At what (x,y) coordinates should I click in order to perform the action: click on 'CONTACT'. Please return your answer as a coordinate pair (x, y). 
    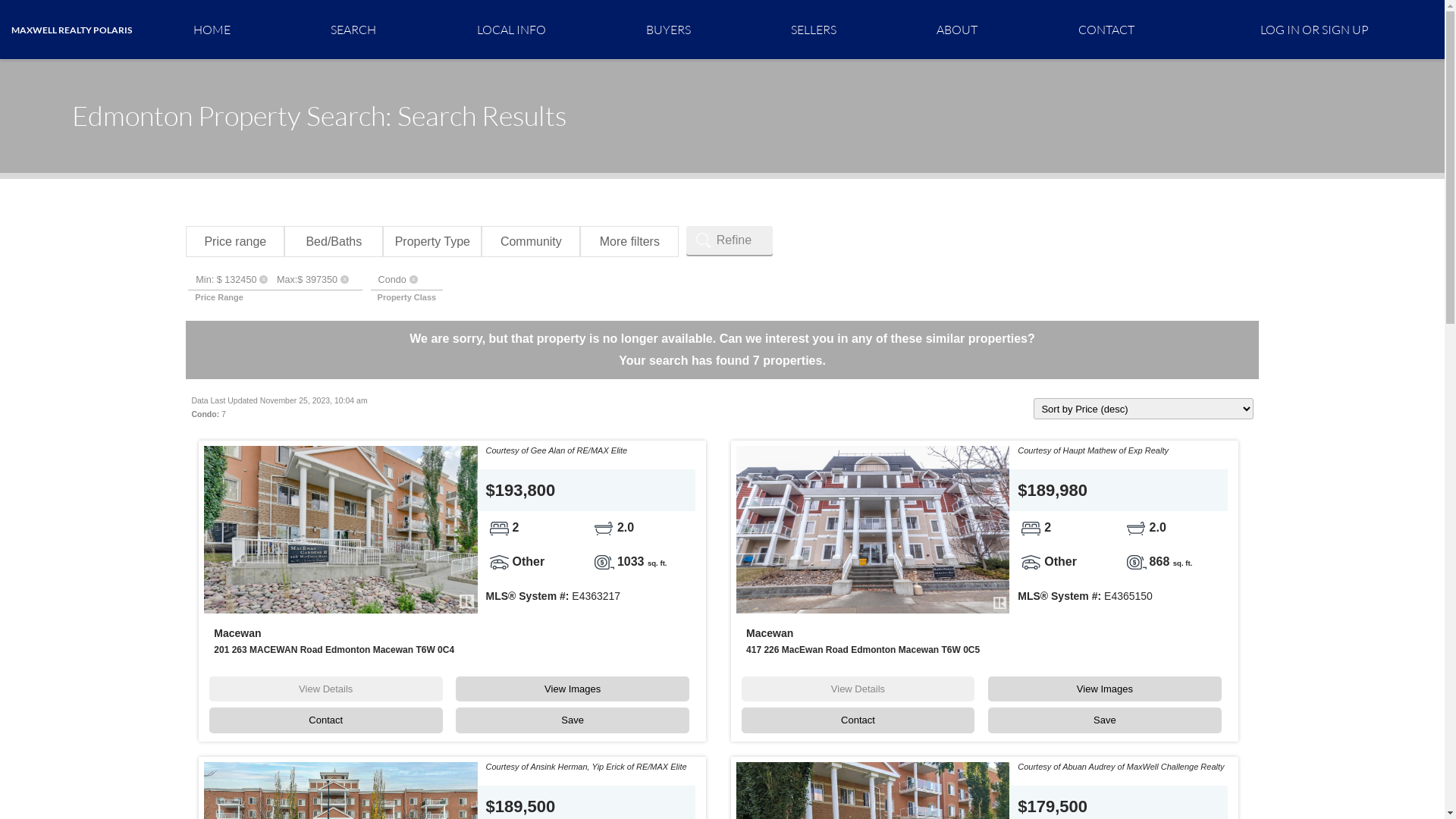
    Looking at the image, I should click on (1106, 29).